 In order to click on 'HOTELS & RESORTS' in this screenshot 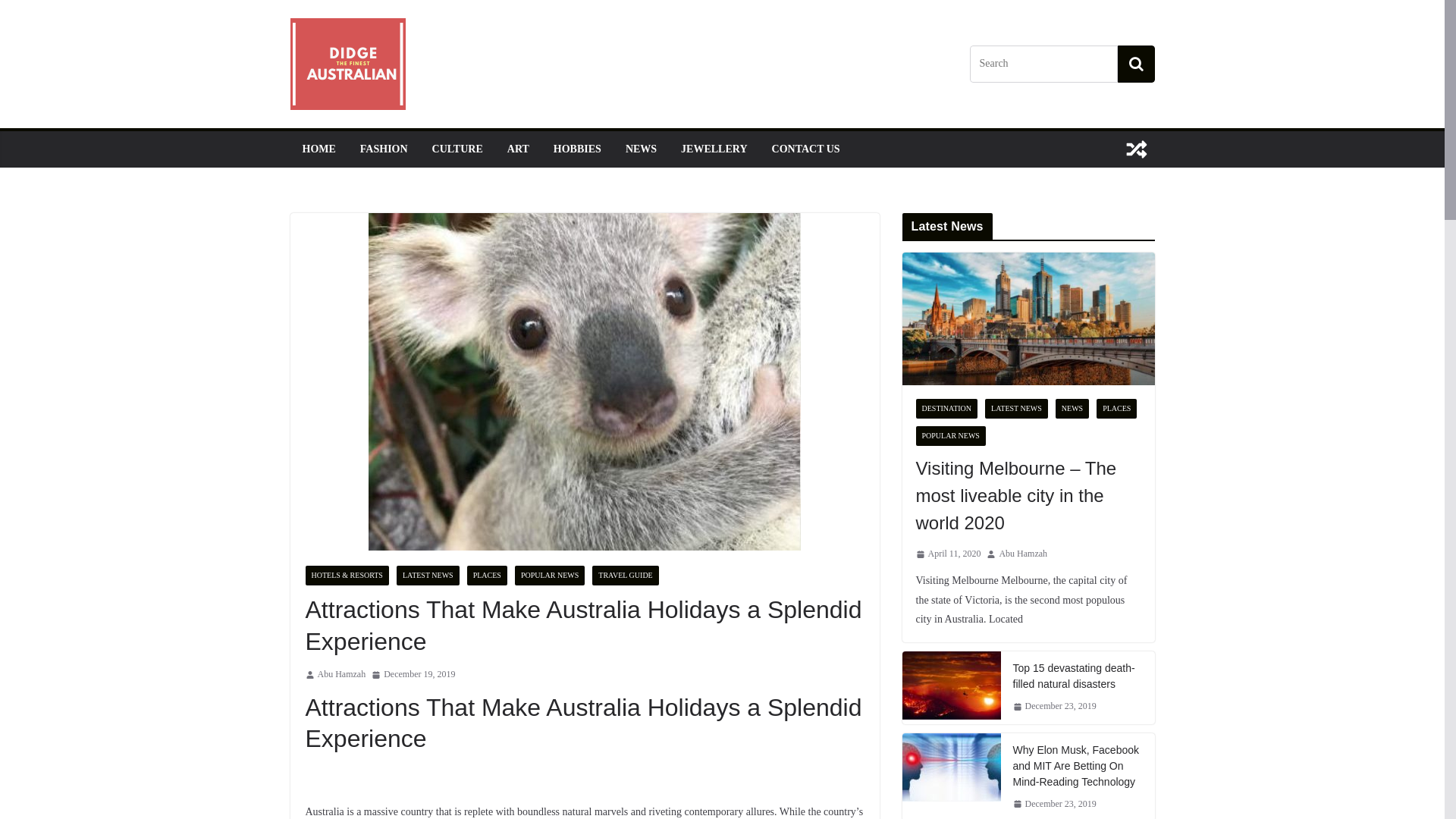, I will do `click(345, 576)`.